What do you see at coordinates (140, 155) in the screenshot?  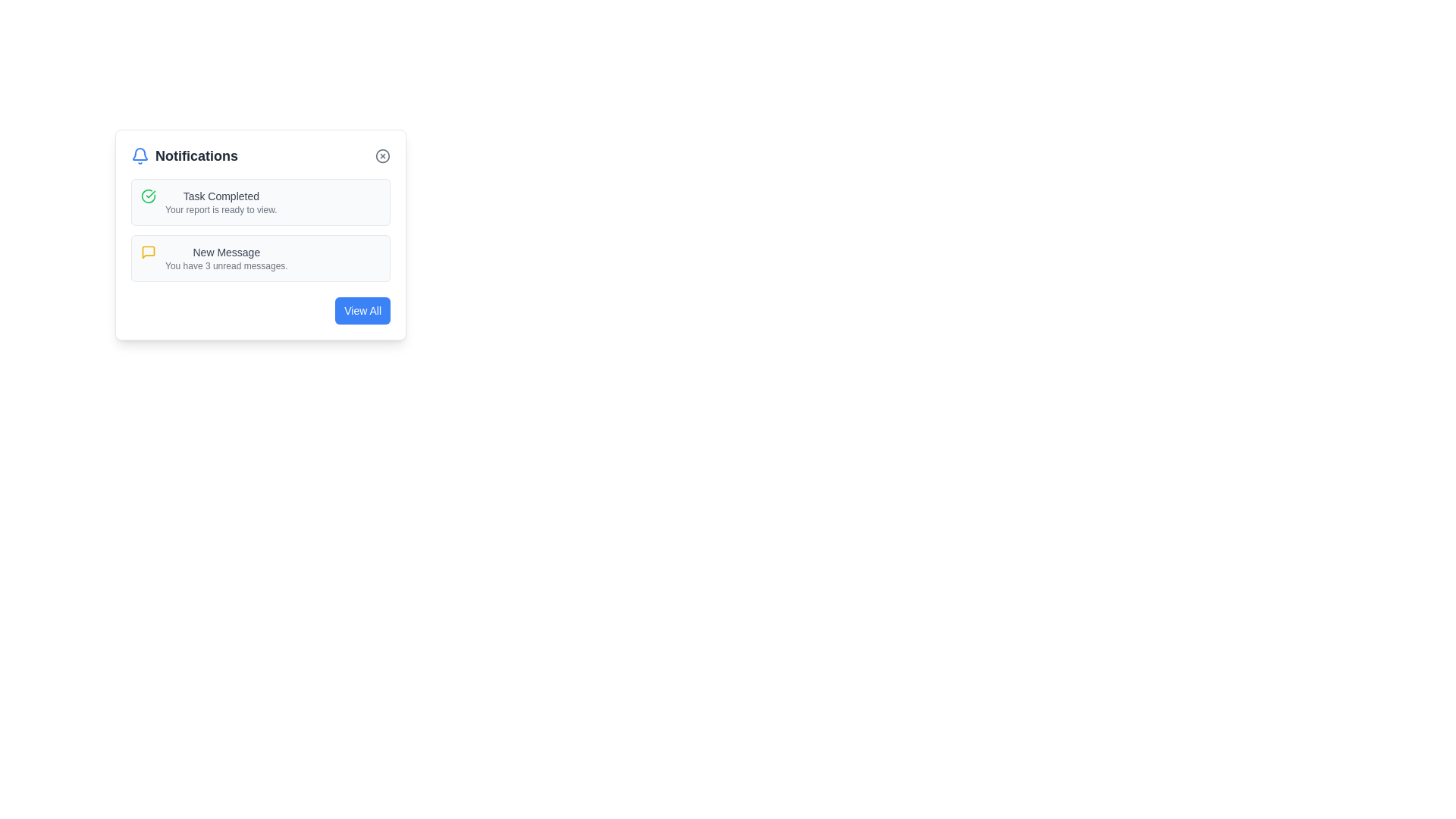 I see `the blue bell icon representing the Notifications section, located at the top-left within the Notifications header area` at bounding box center [140, 155].